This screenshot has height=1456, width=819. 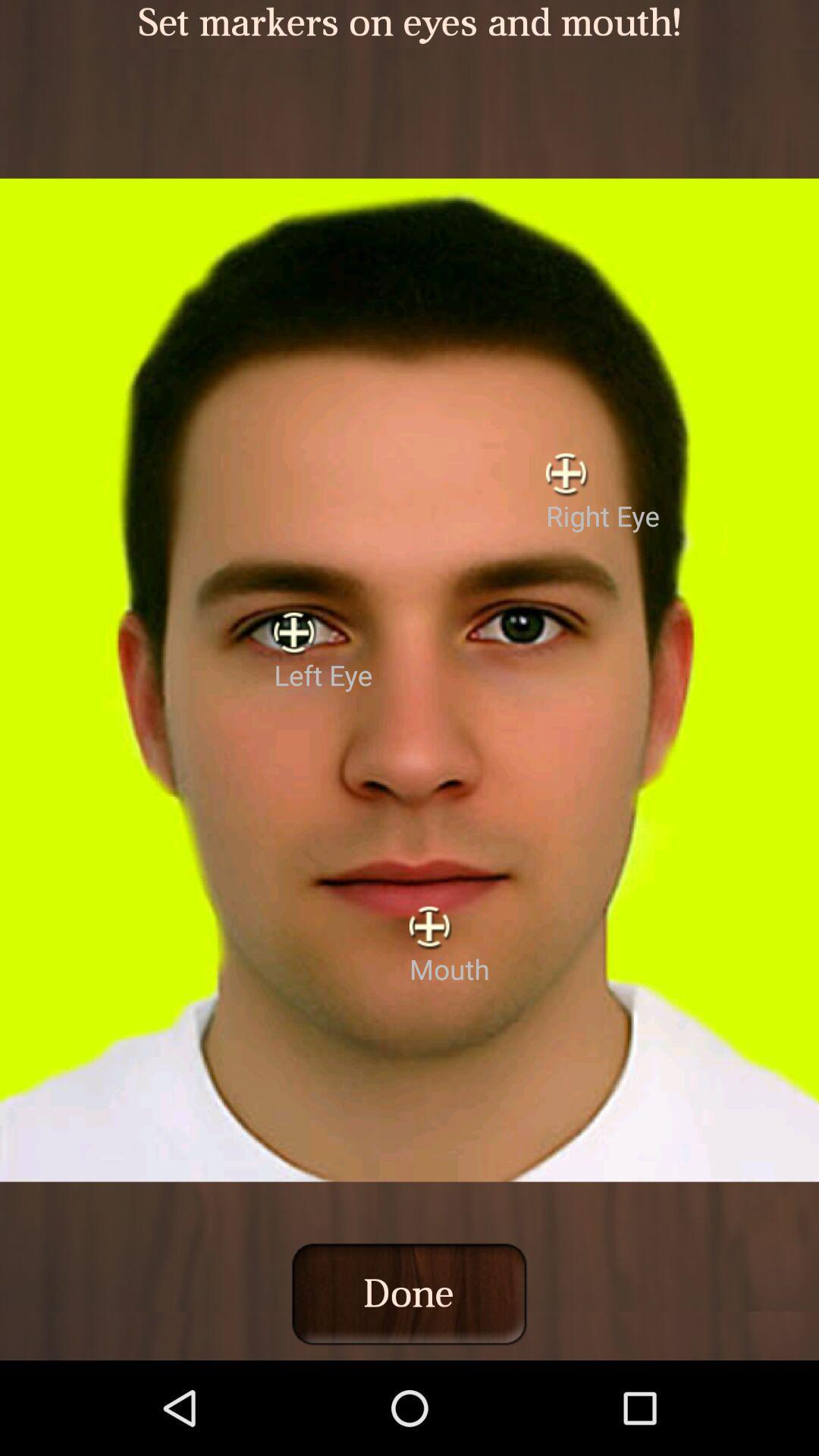 What do you see at coordinates (408, 1293) in the screenshot?
I see `the icon below the mouth` at bounding box center [408, 1293].